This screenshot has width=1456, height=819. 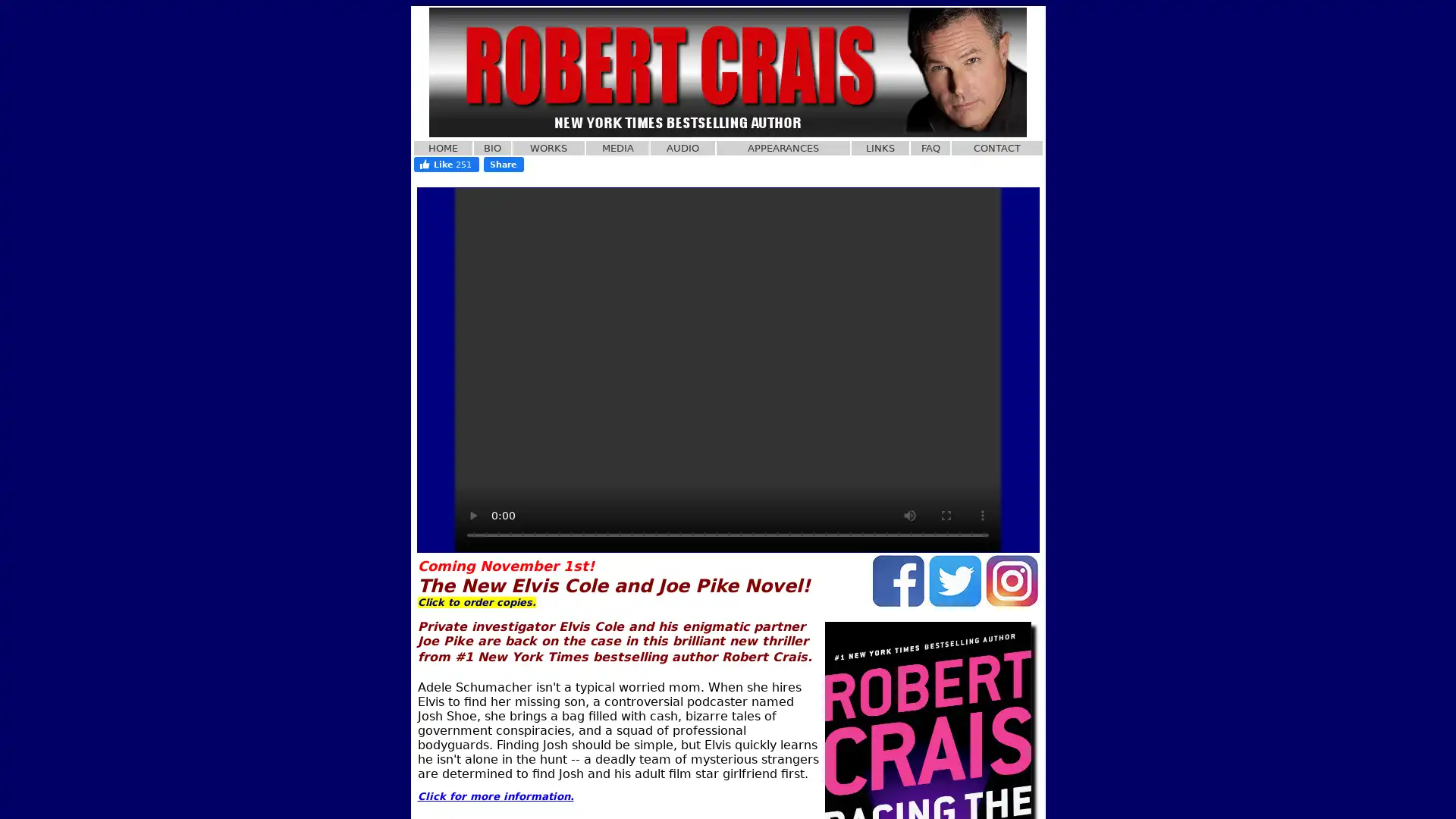 I want to click on mute, so click(x=910, y=514).